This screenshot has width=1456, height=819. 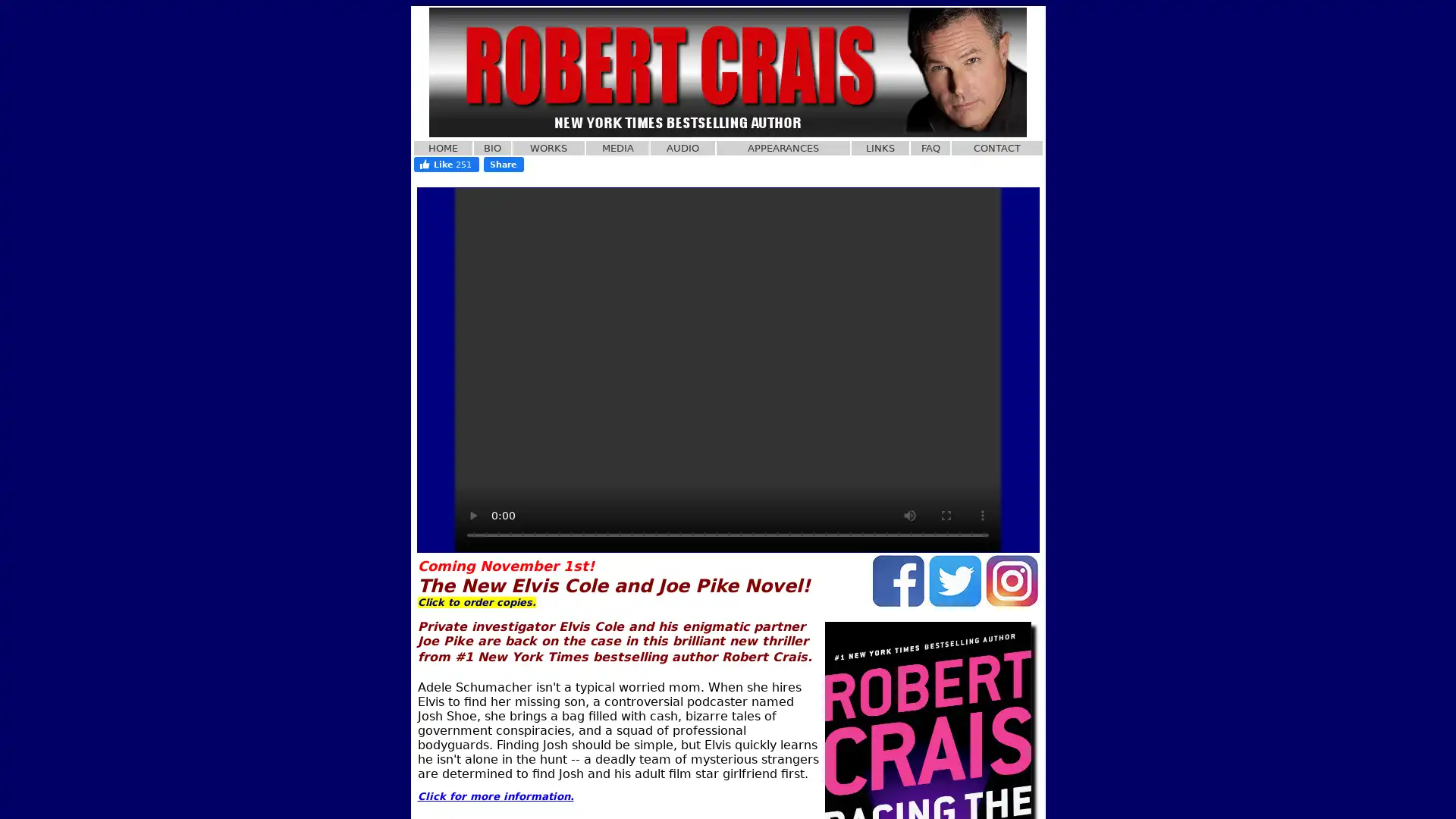 I want to click on mute, so click(x=910, y=514).